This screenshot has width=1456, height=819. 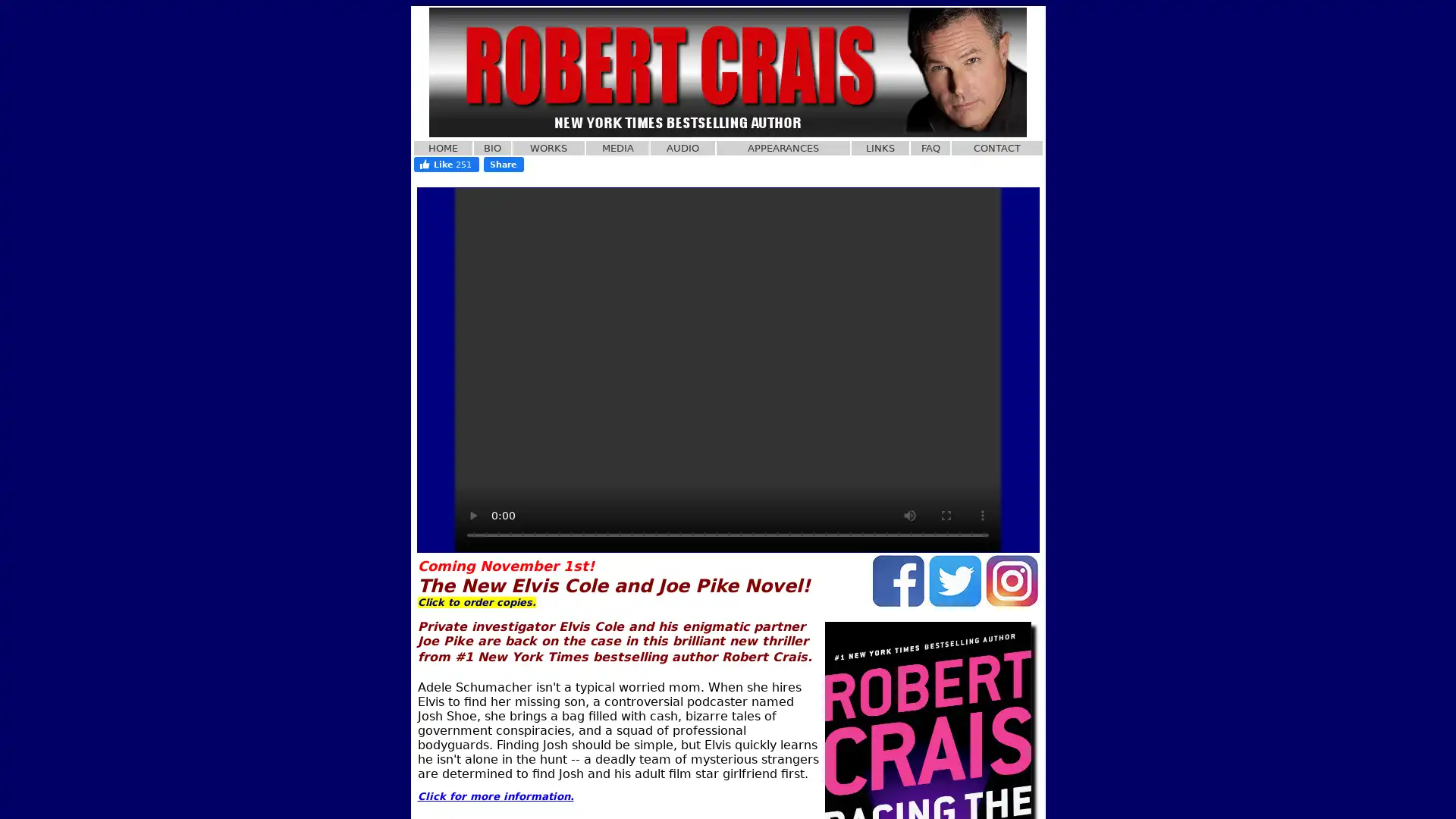 I want to click on mute, so click(x=910, y=514).